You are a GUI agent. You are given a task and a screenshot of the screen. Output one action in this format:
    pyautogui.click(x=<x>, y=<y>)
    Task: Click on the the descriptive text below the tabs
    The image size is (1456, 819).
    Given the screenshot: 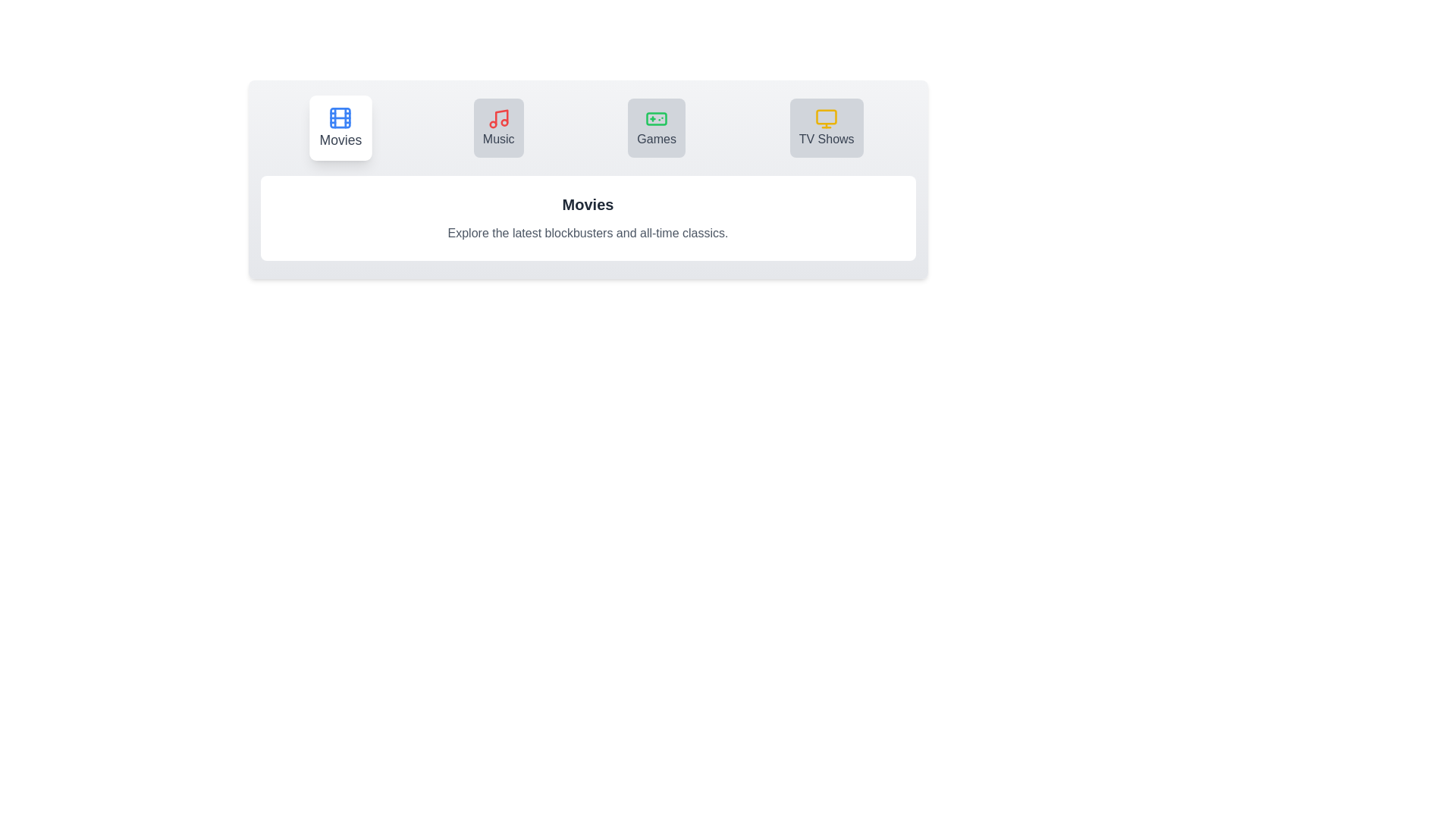 What is the action you would take?
    pyautogui.click(x=587, y=234)
    